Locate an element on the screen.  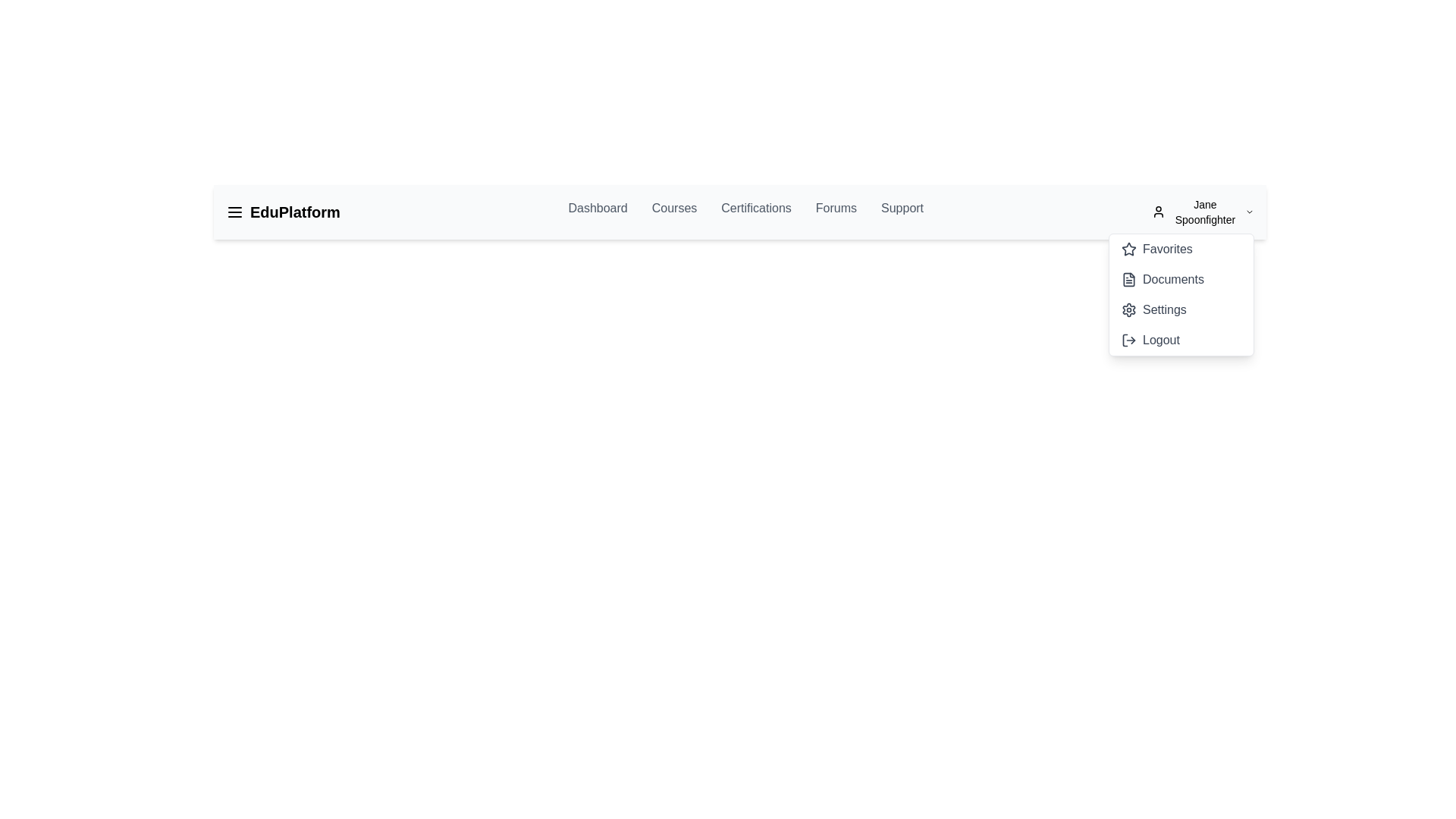
the 'Favorites' icon located in the dropdown menu of the user profile section at the top-right corner to initiate navigation to favorite items is located at coordinates (1128, 248).